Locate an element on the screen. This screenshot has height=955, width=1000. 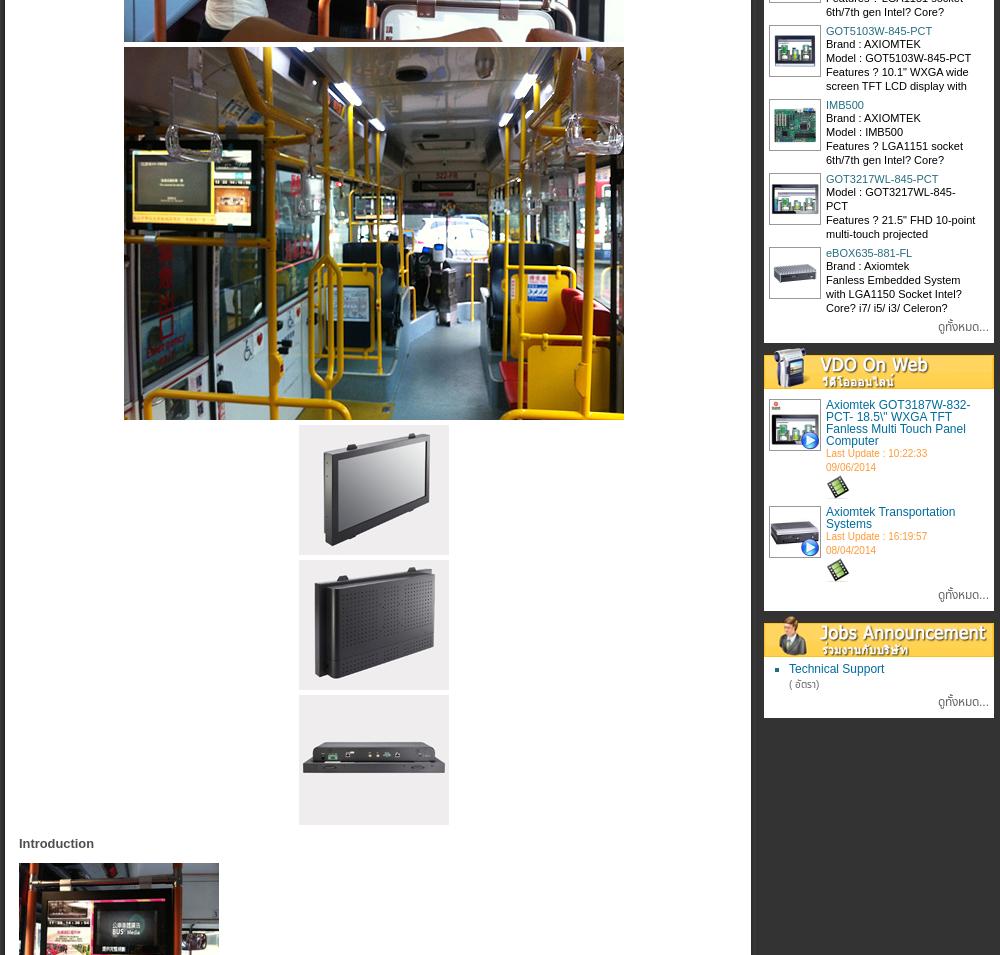
'IMB500' is located at coordinates (843, 103).